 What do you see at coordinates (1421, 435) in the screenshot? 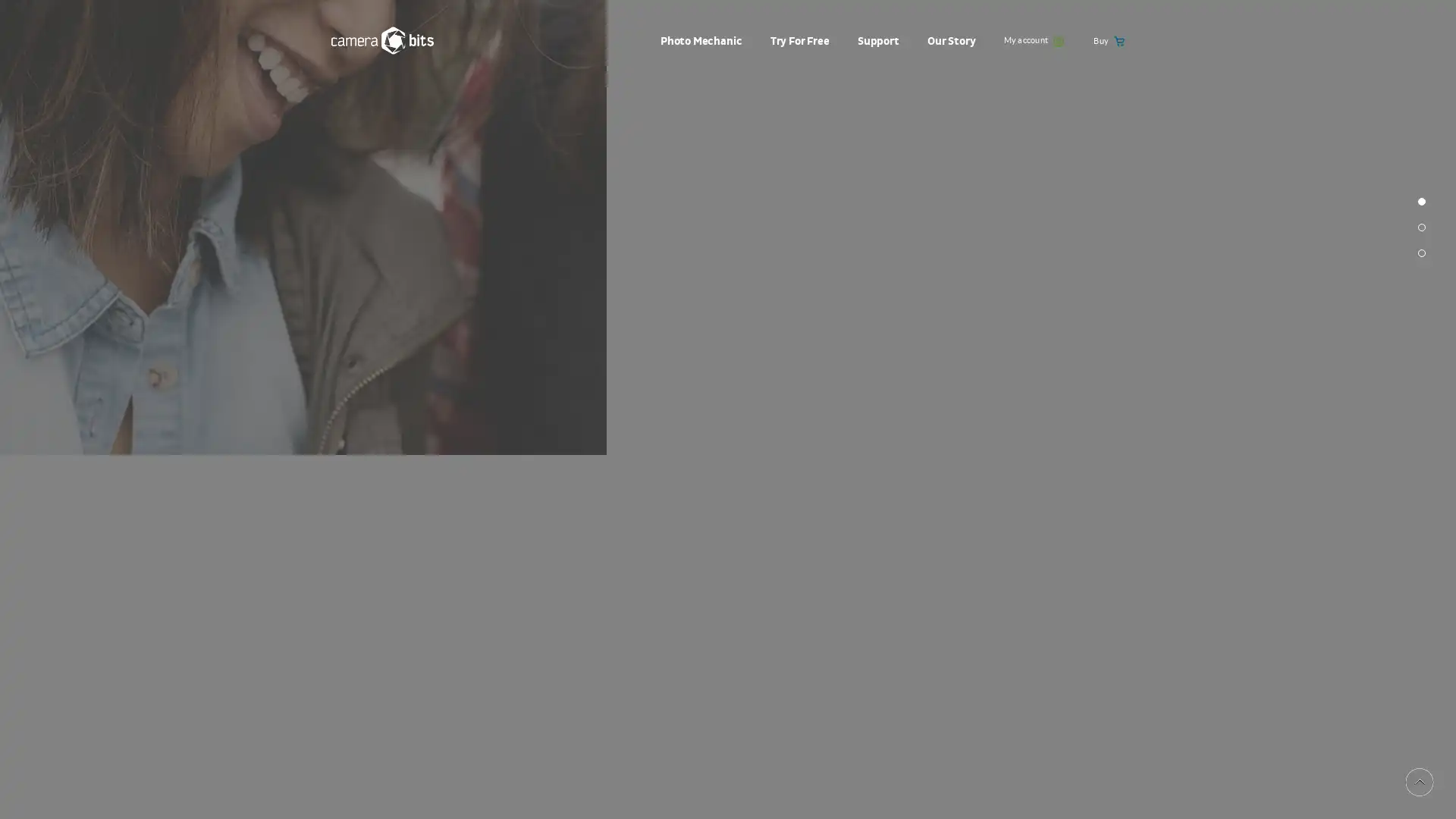
I see `3` at bounding box center [1421, 435].